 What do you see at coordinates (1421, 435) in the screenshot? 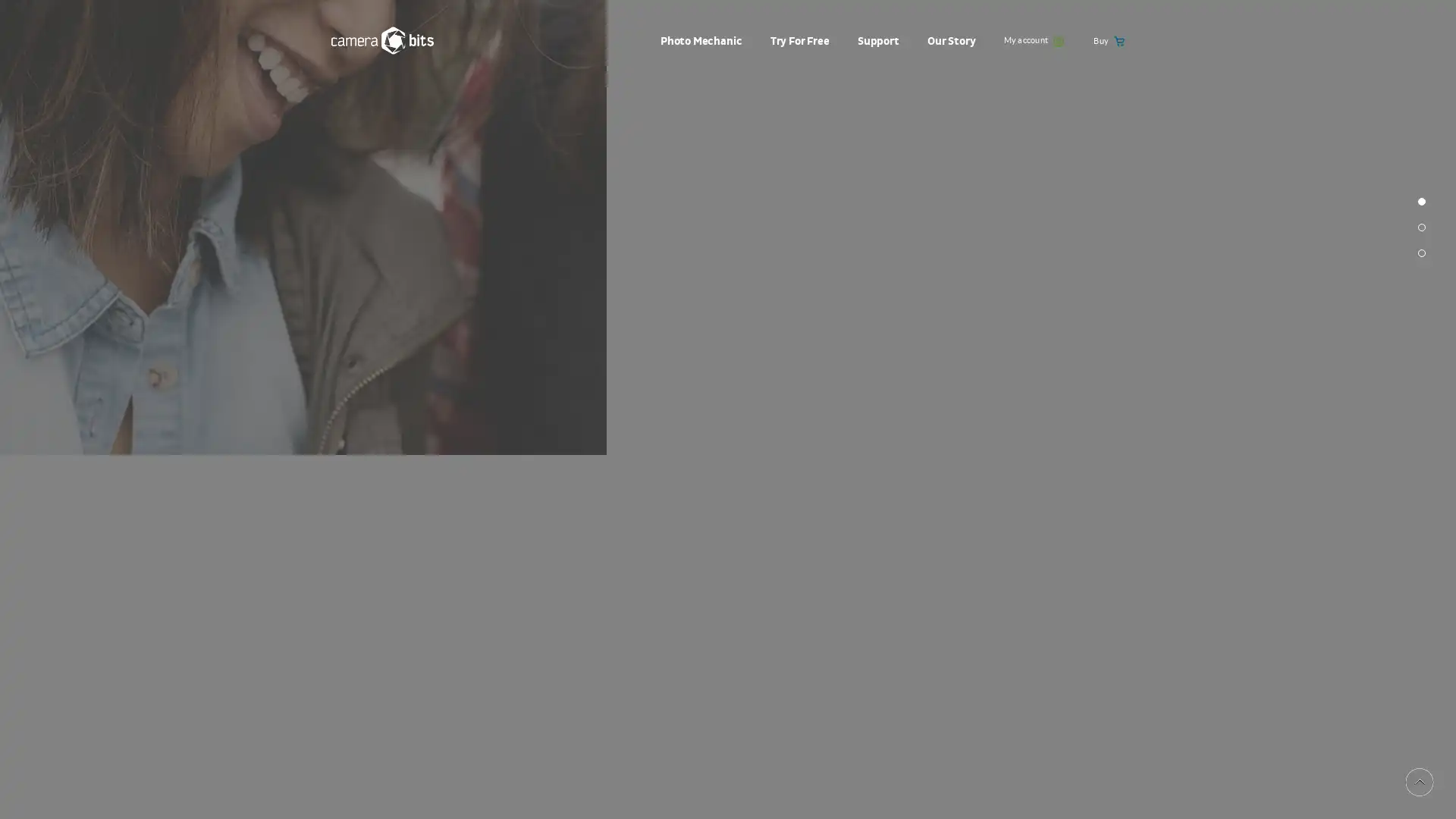
I see `3` at bounding box center [1421, 435].